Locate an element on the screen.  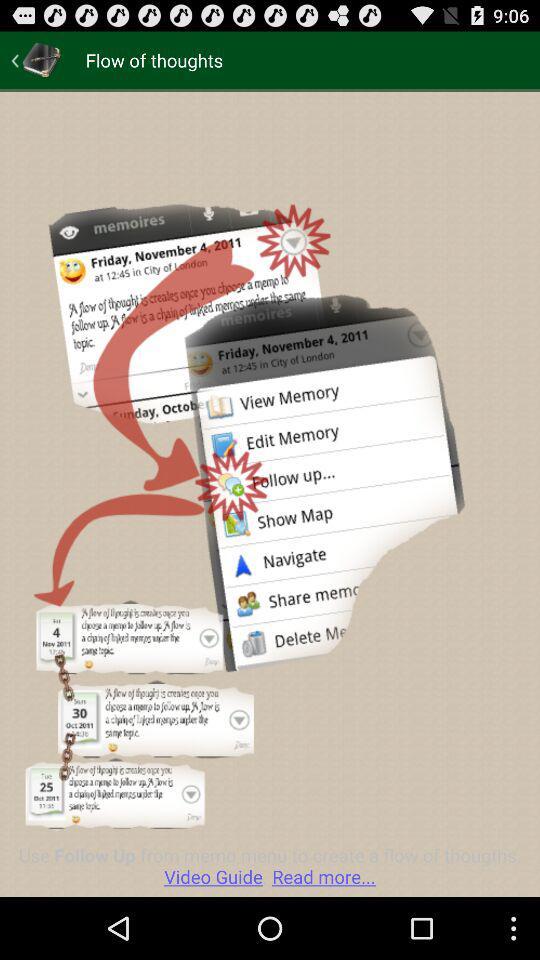
item next to flow of thoughts app is located at coordinates (36, 59).